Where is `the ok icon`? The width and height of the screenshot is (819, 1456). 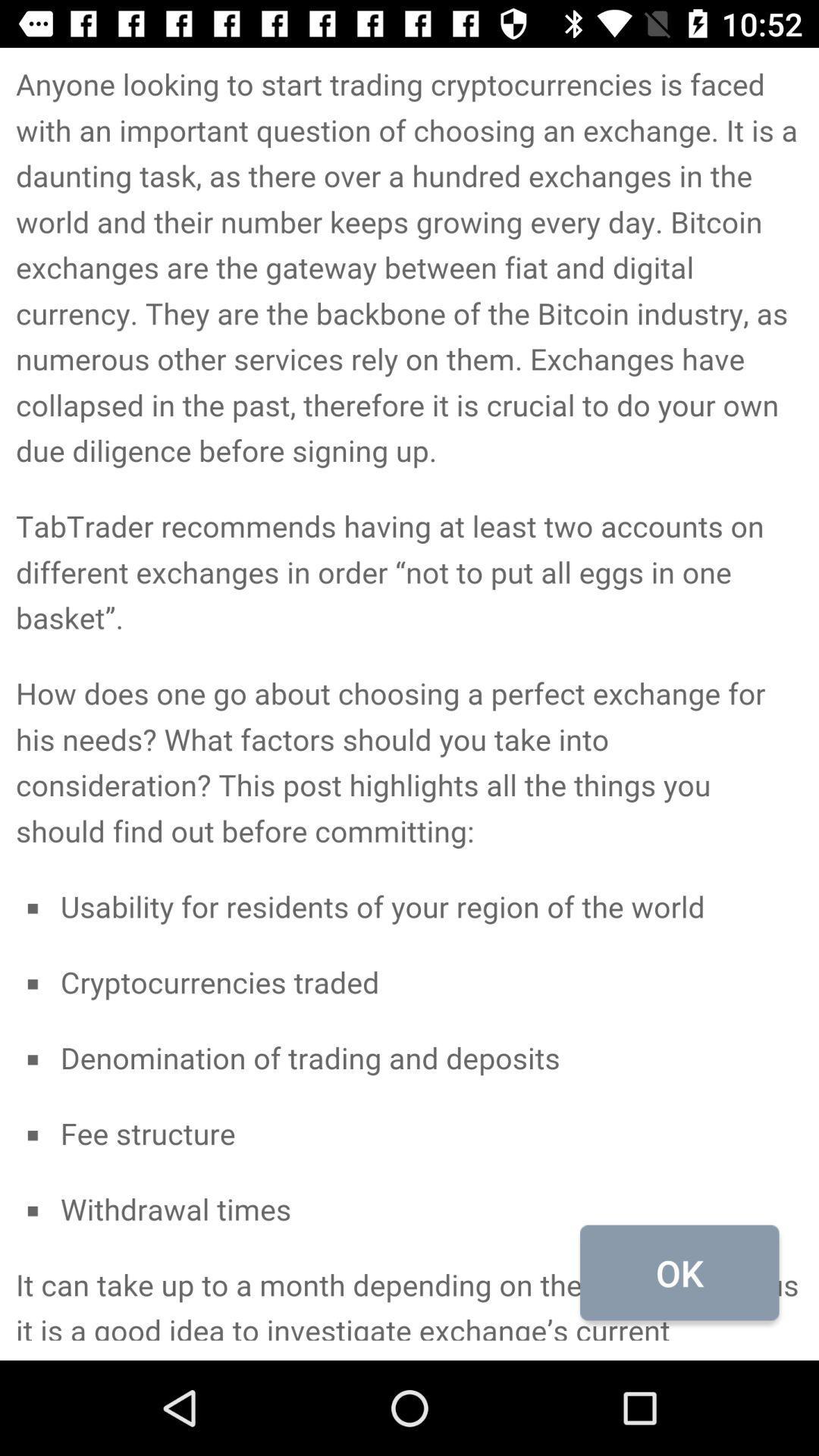
the ok icon is located at coordinates (679, 1272).